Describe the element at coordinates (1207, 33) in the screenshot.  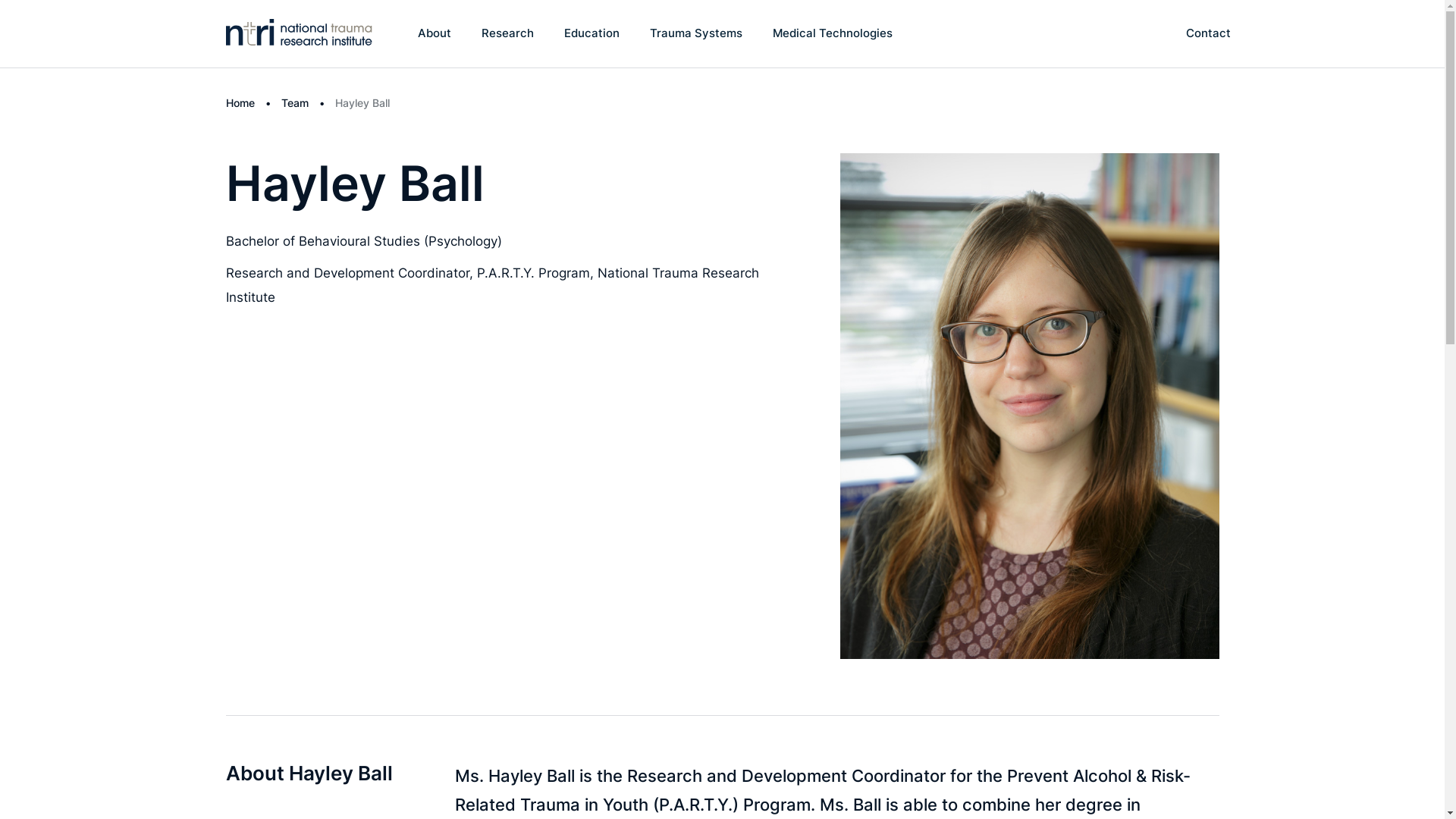
I see `'Contact'` at that location.